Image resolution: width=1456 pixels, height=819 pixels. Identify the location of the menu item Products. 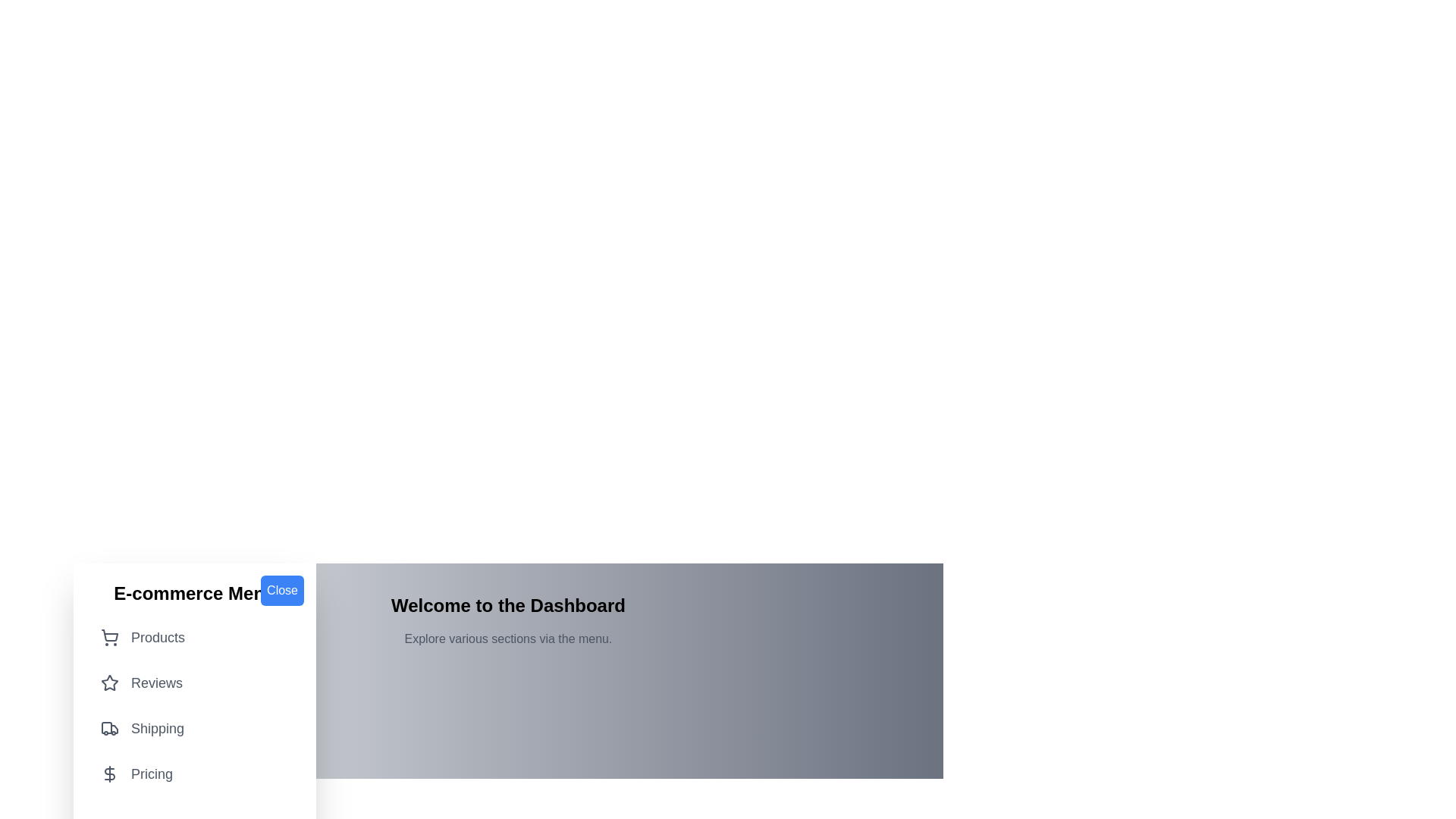
(194, 637).